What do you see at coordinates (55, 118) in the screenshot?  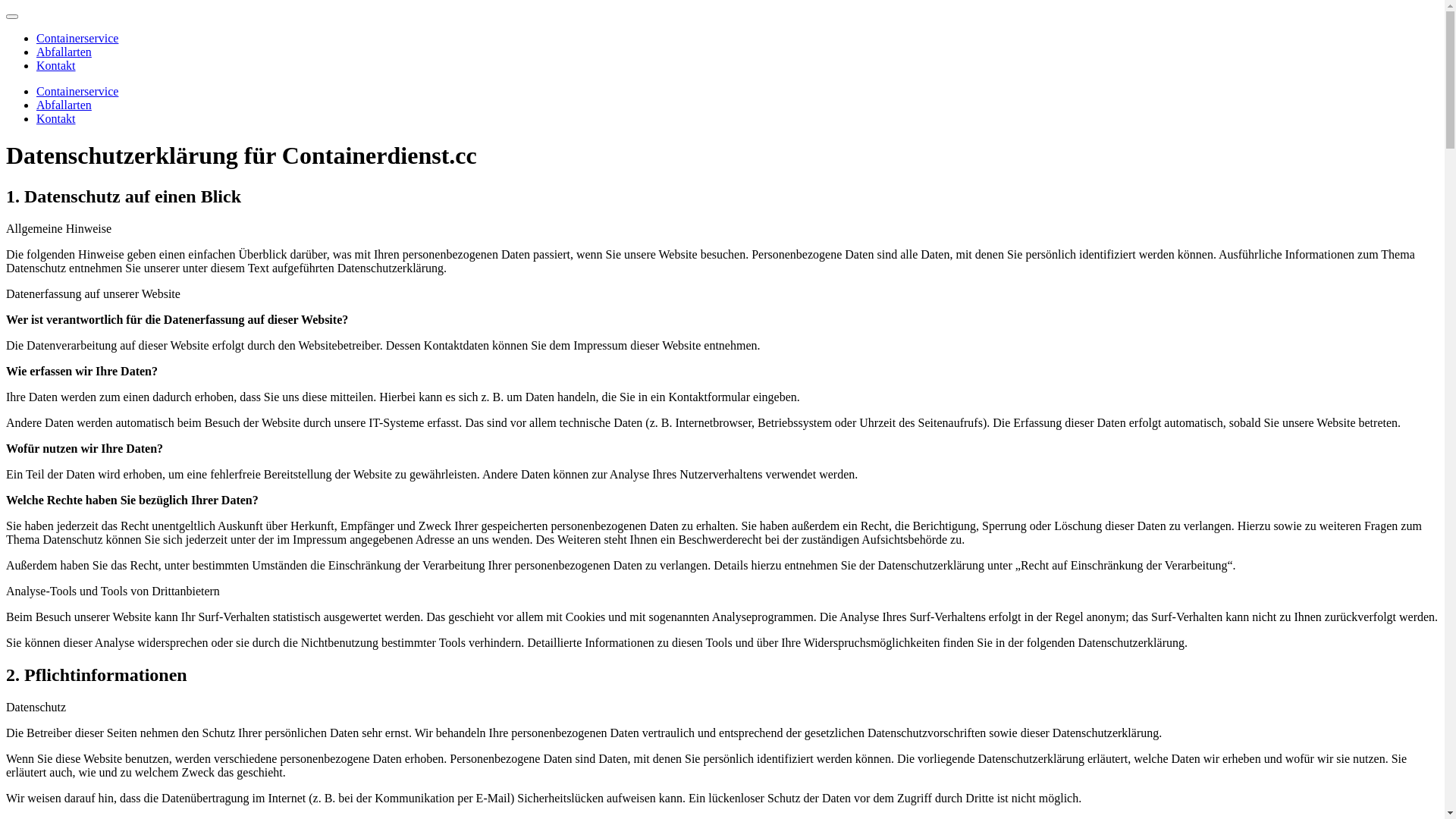 I see `'Kontakt'` at bounding box center [55, 118].